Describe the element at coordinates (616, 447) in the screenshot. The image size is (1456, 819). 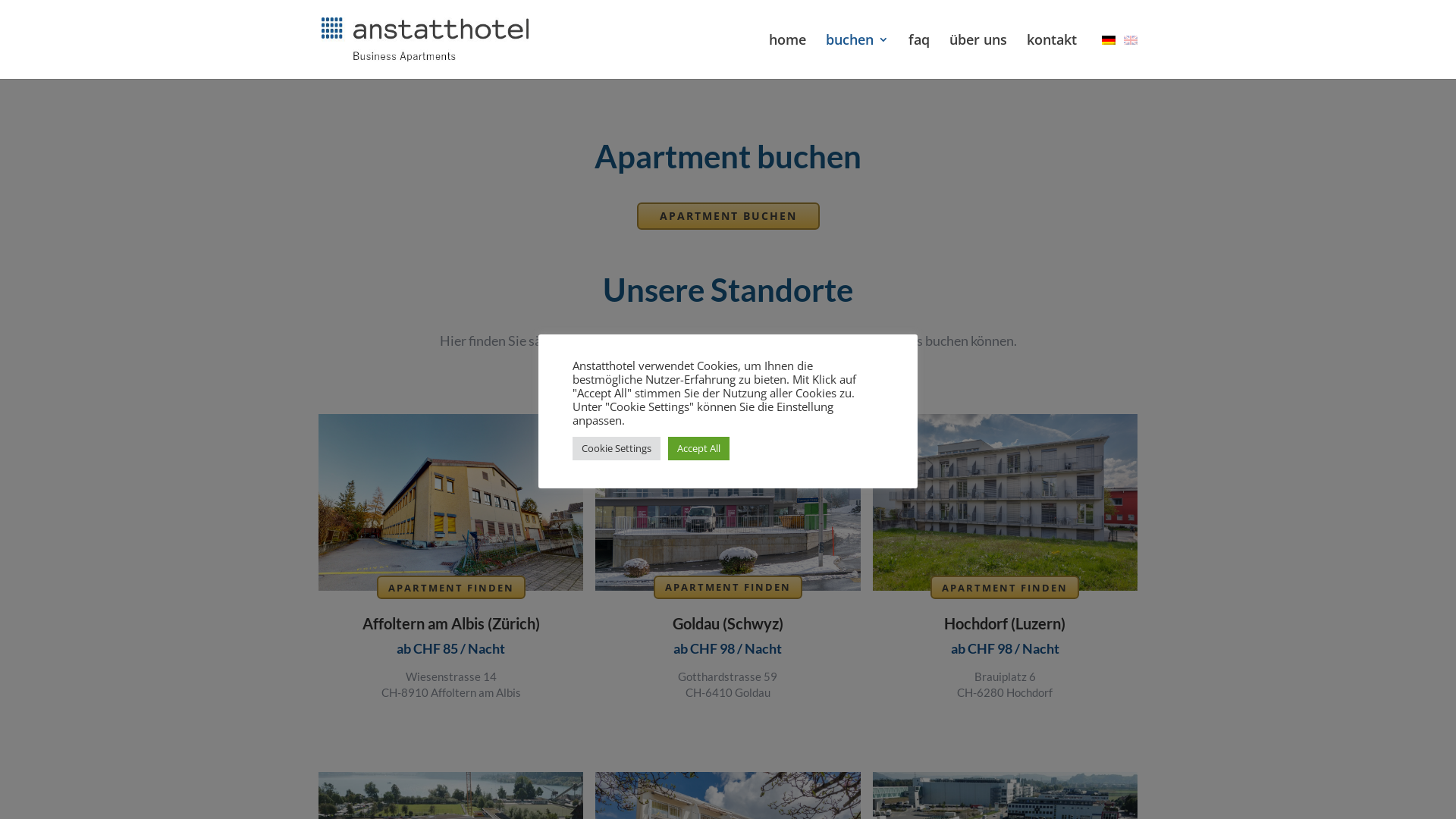
I see `'Cookie Settings'` at that location.